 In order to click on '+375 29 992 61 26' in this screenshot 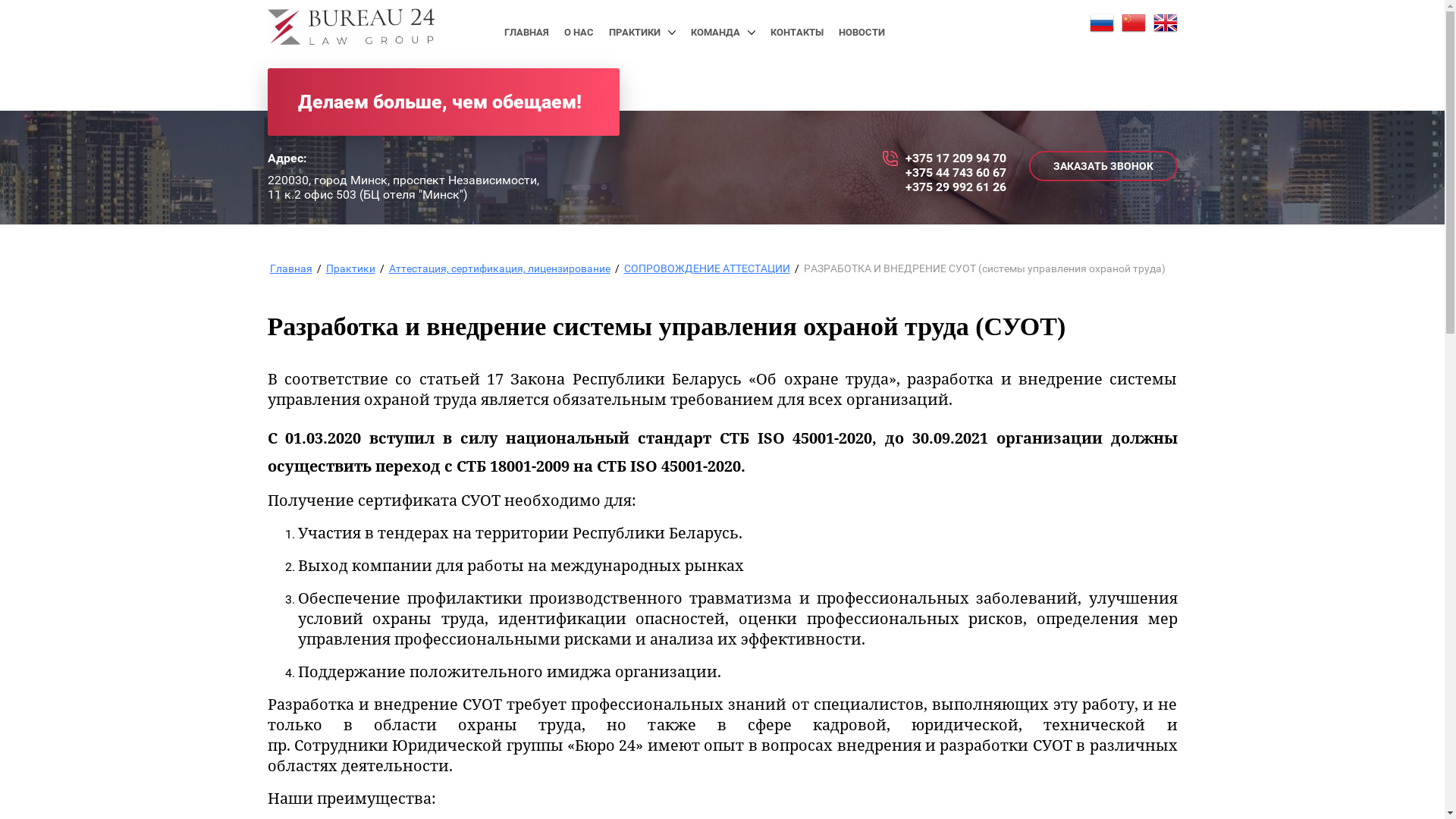, I will do `click(955, 186)`.